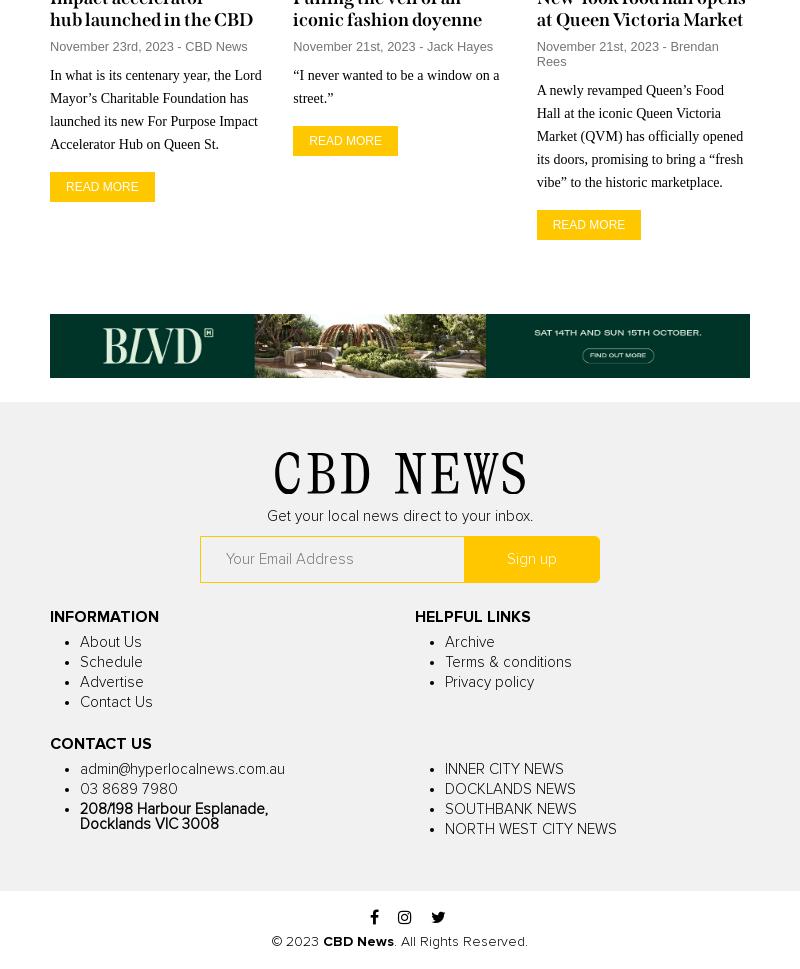 Image resolution: width=800 pixels, height=969 pixels. I want to click on '208/198 Harbour Esplanade,', so click(173, 809).